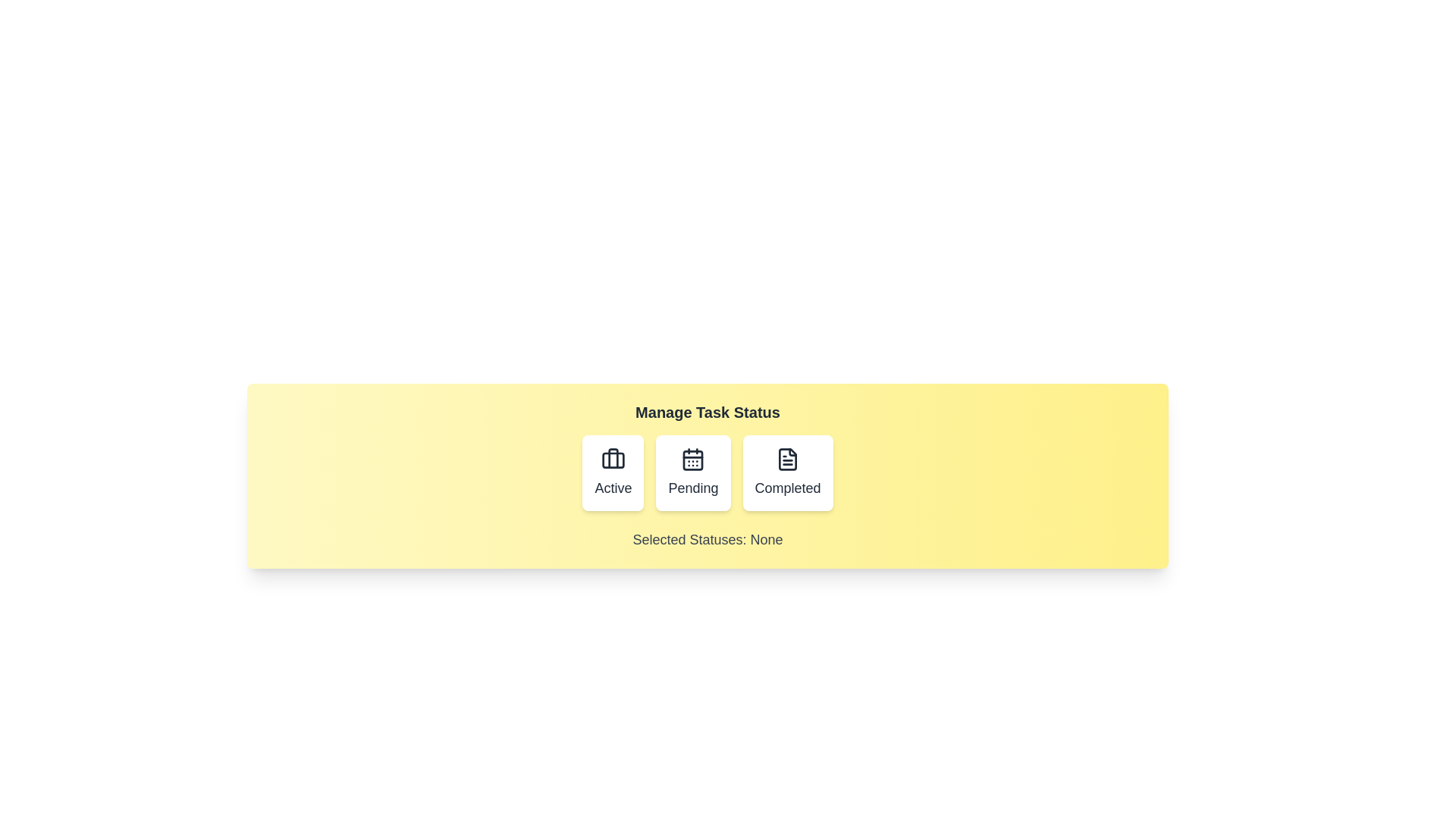  I want to click on the 'Completed' button to toggle its selection, so click(787, 472).